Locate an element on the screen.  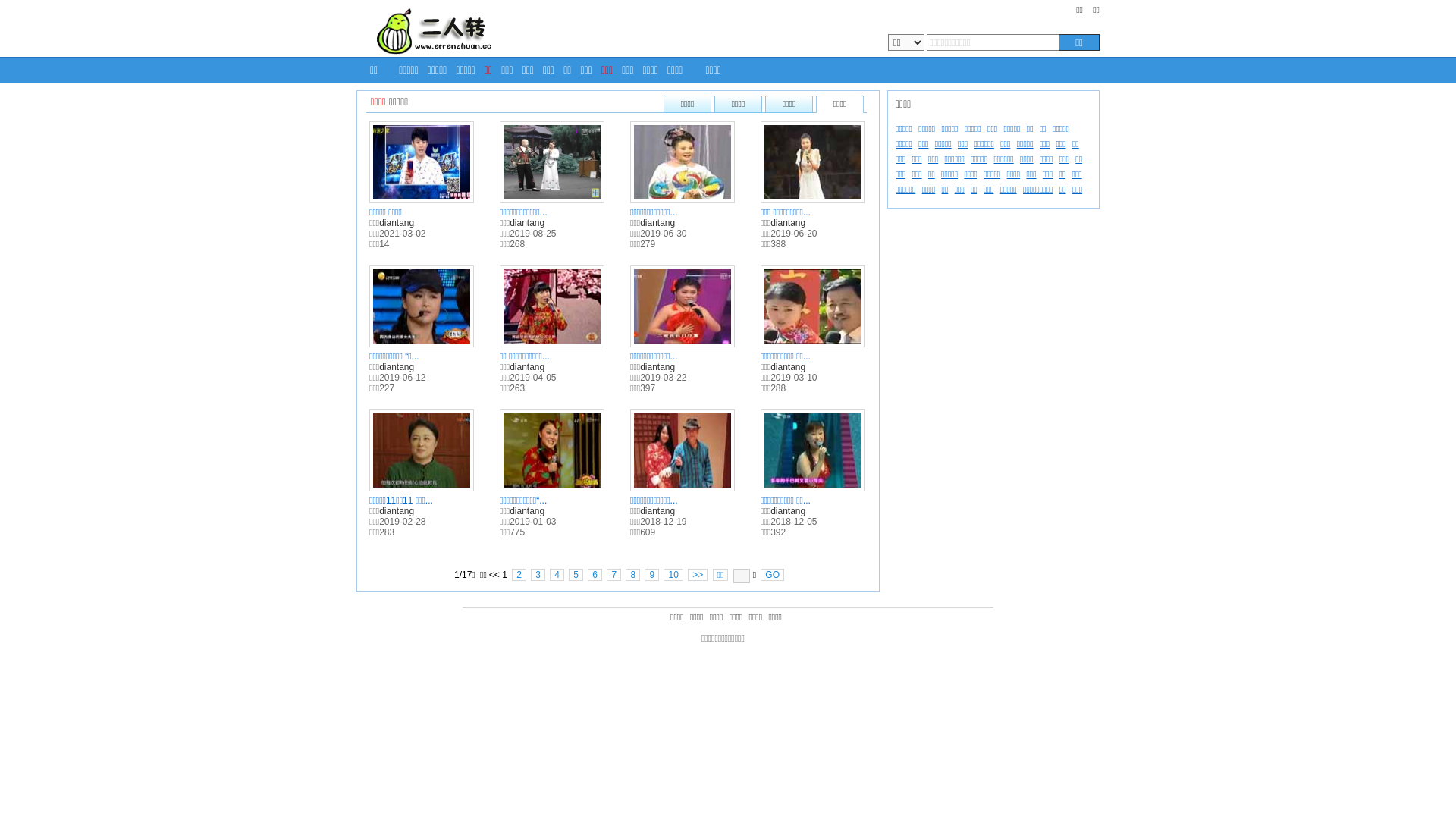
'7' is located at coordinates (613, 575).